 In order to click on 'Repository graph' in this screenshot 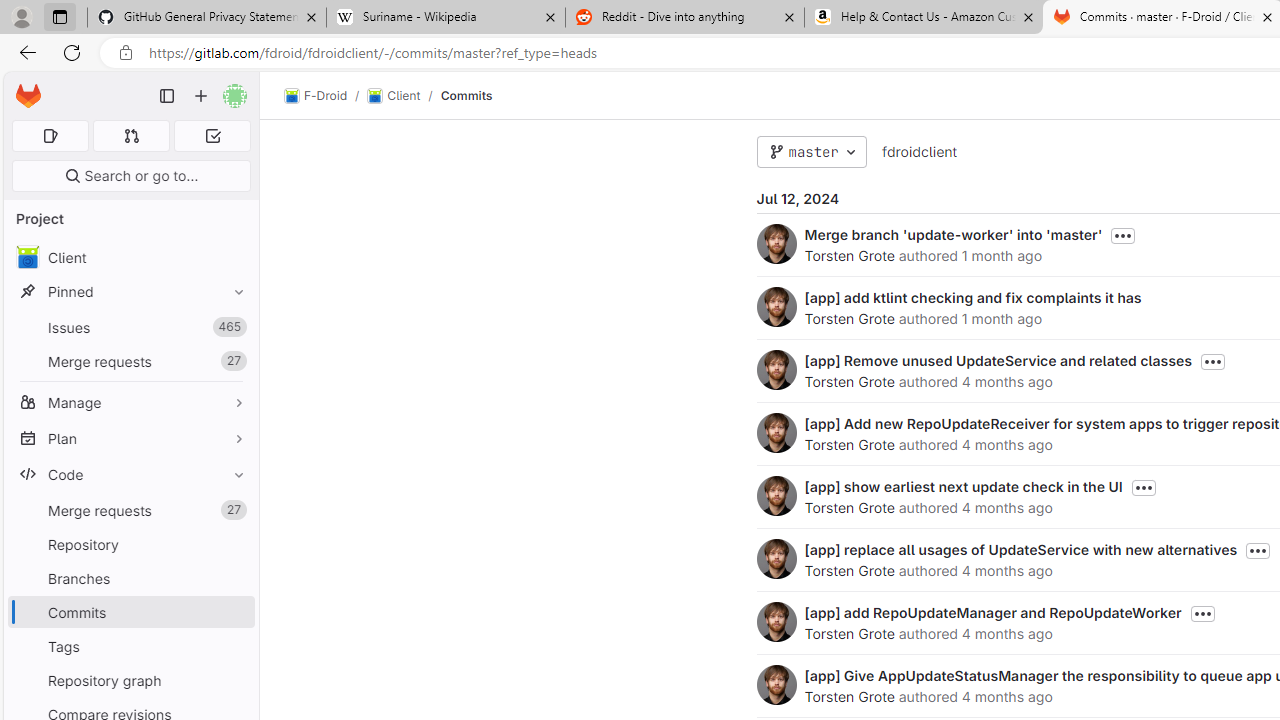, I will do `click(130, 679)`.